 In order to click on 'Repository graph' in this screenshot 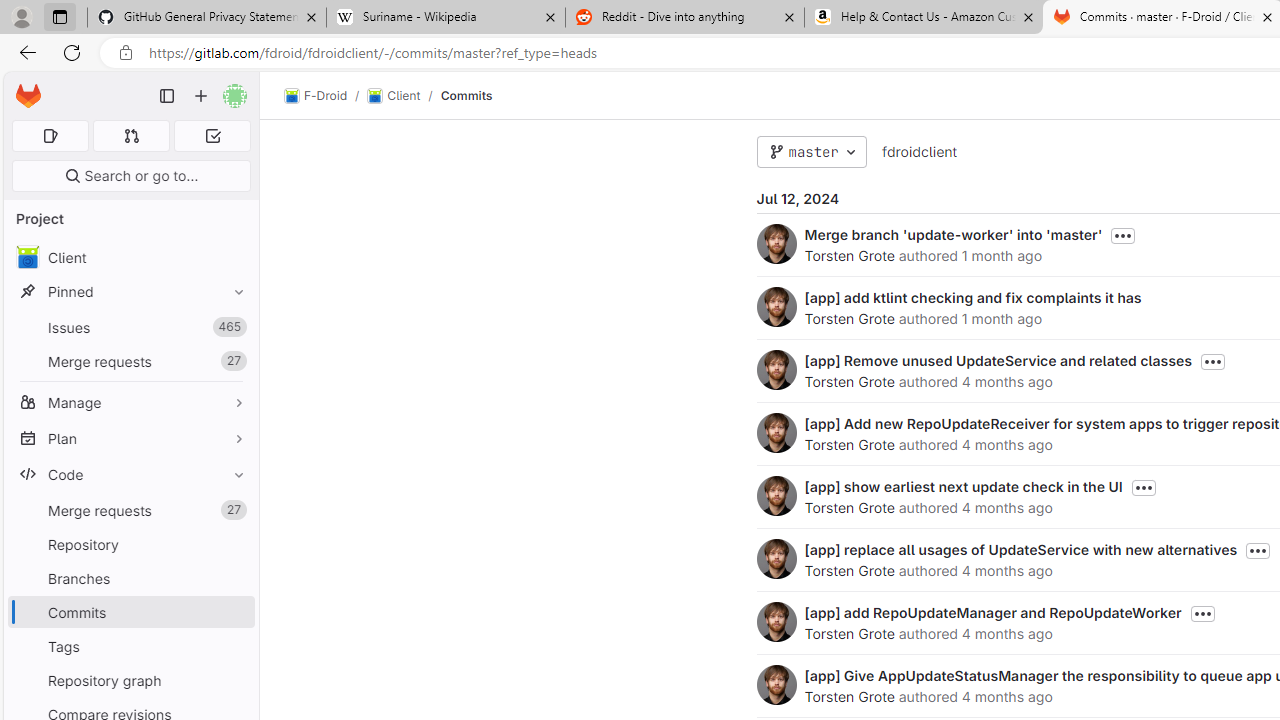, I will do `click(130, 679)`.